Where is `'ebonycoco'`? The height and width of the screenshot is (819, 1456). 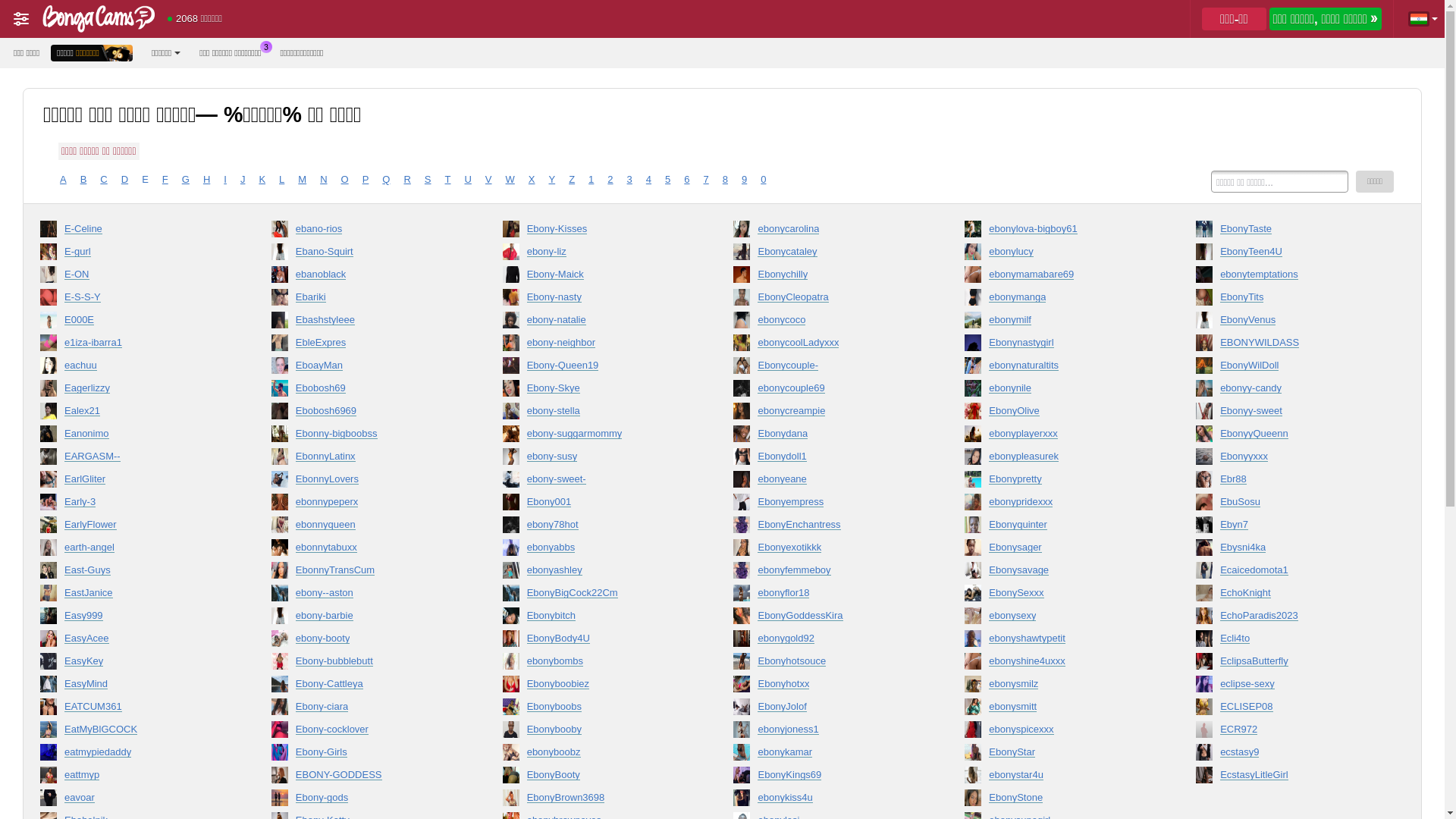 'ebonycoco' is located at coordinates (826, 322).